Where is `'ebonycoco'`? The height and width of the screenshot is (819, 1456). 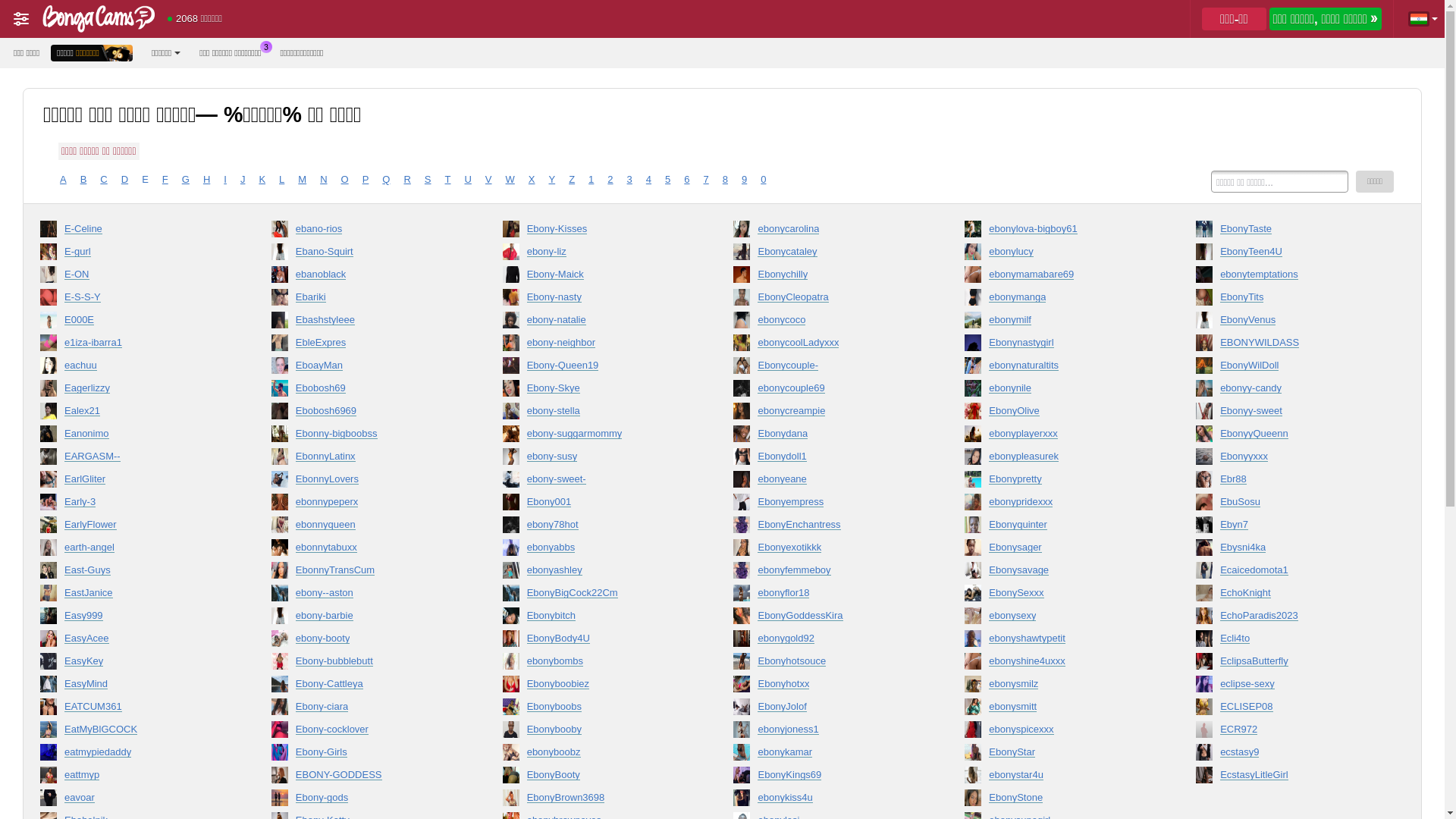 'ebonycoco' is located at coordinates (826, 322).